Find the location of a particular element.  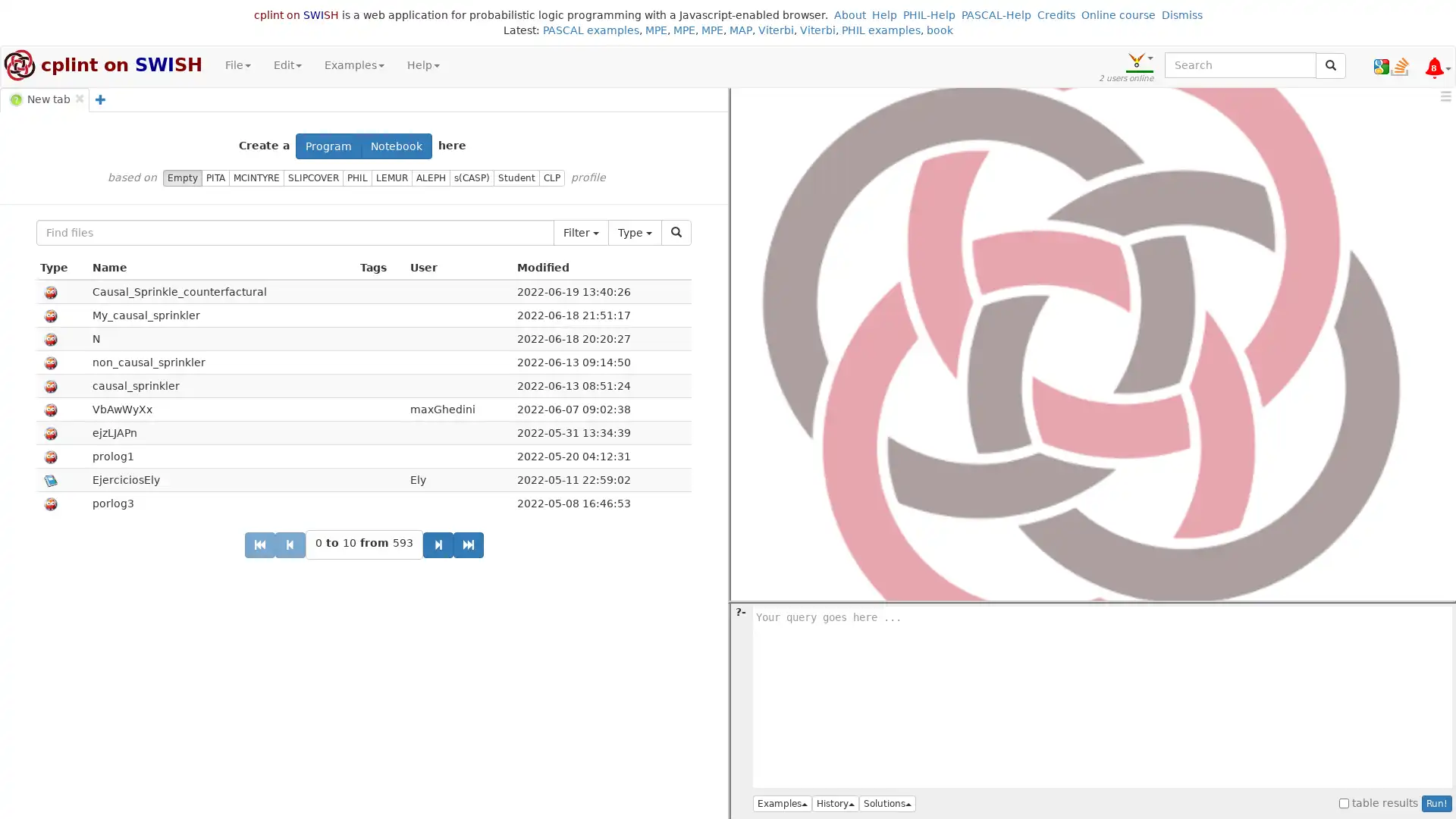

0to10from593 is located at coordinates (362, 544).